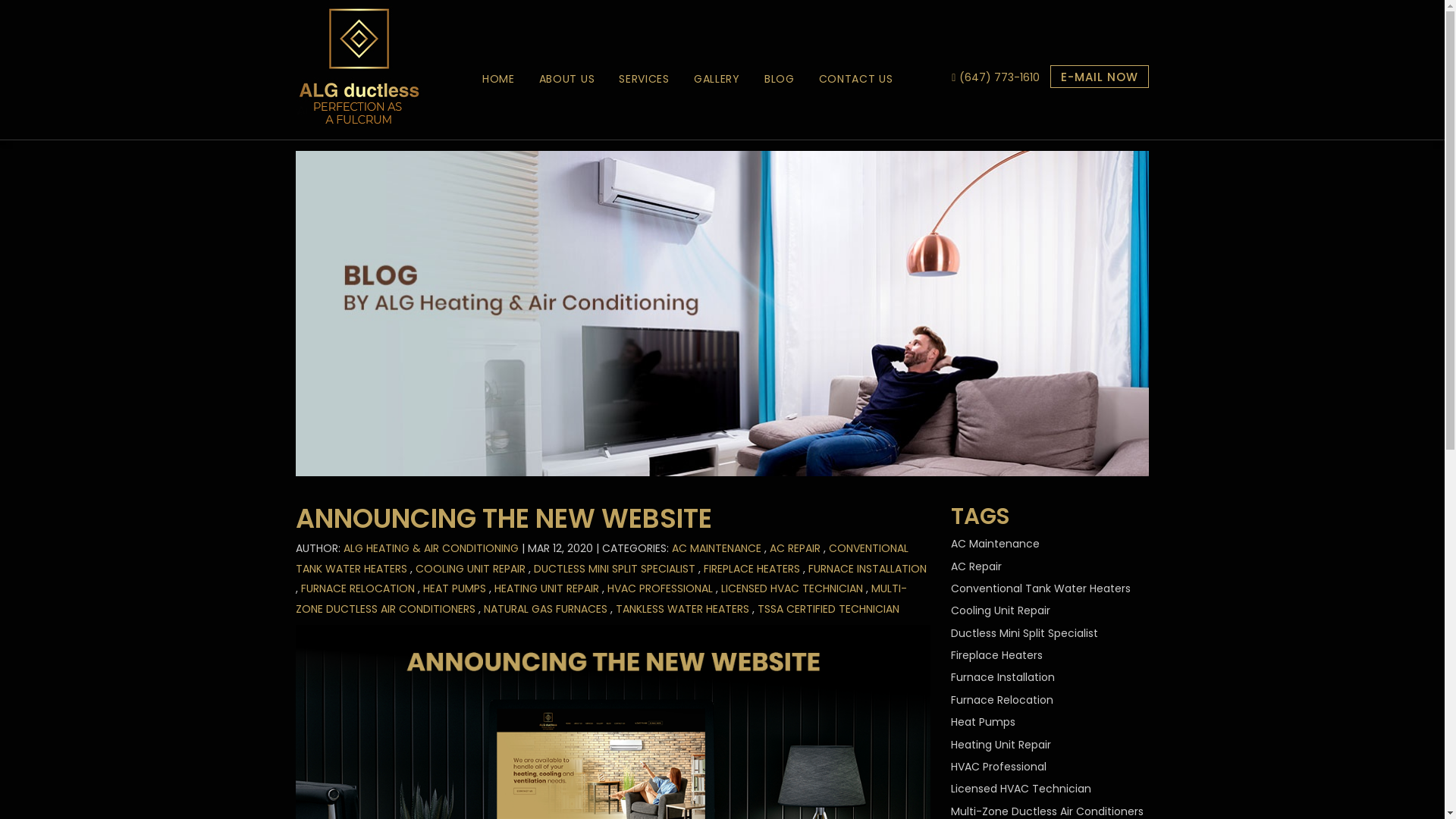  Describe the element at coordinates (644, 79) in the screenshot. I see `'SERVICES'` at that location.